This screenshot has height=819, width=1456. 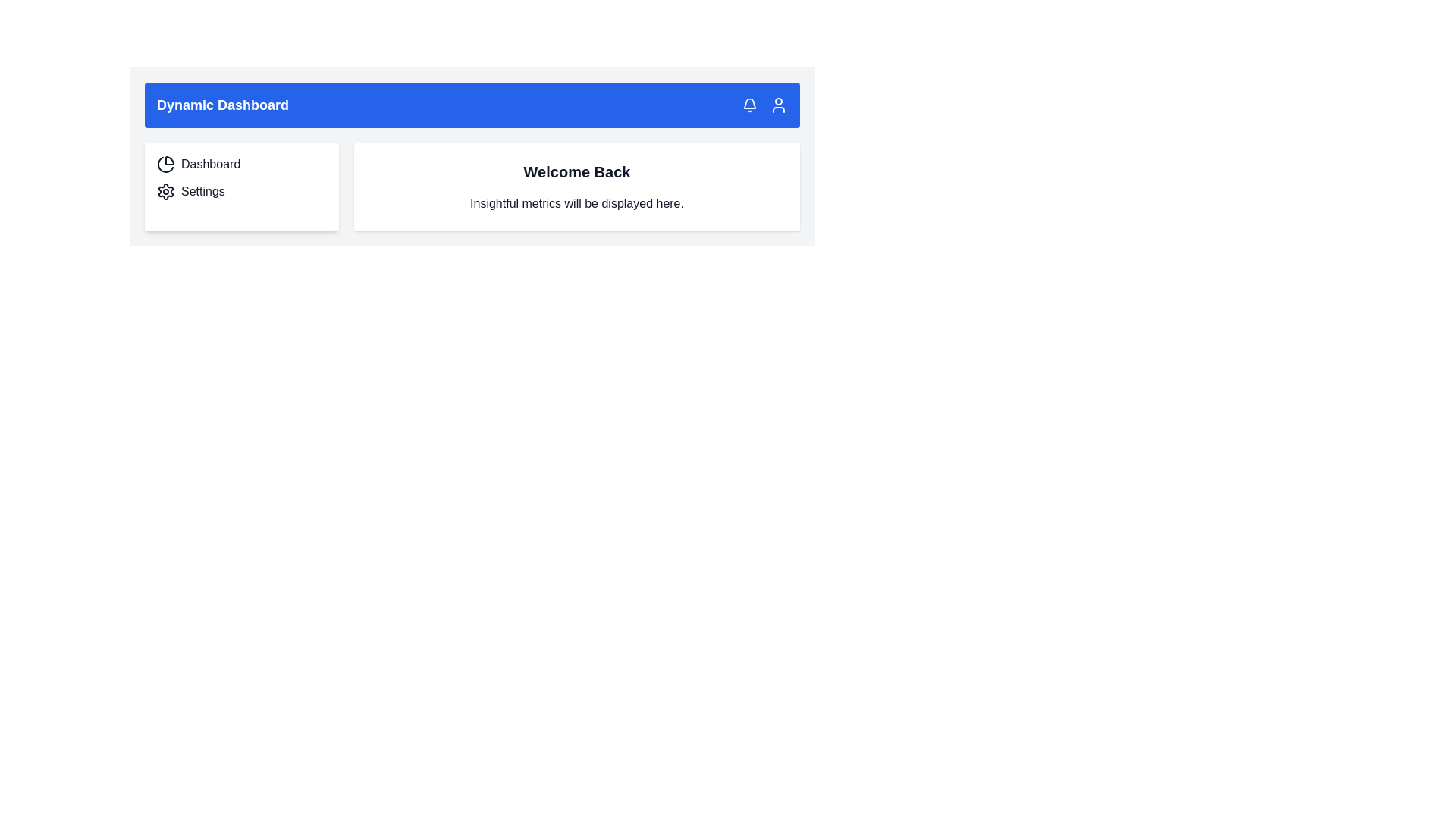 What do you see at coordinates (749, 104) in the screenshot?
I see `the notifications icon located` at bounding box center [749, 104].